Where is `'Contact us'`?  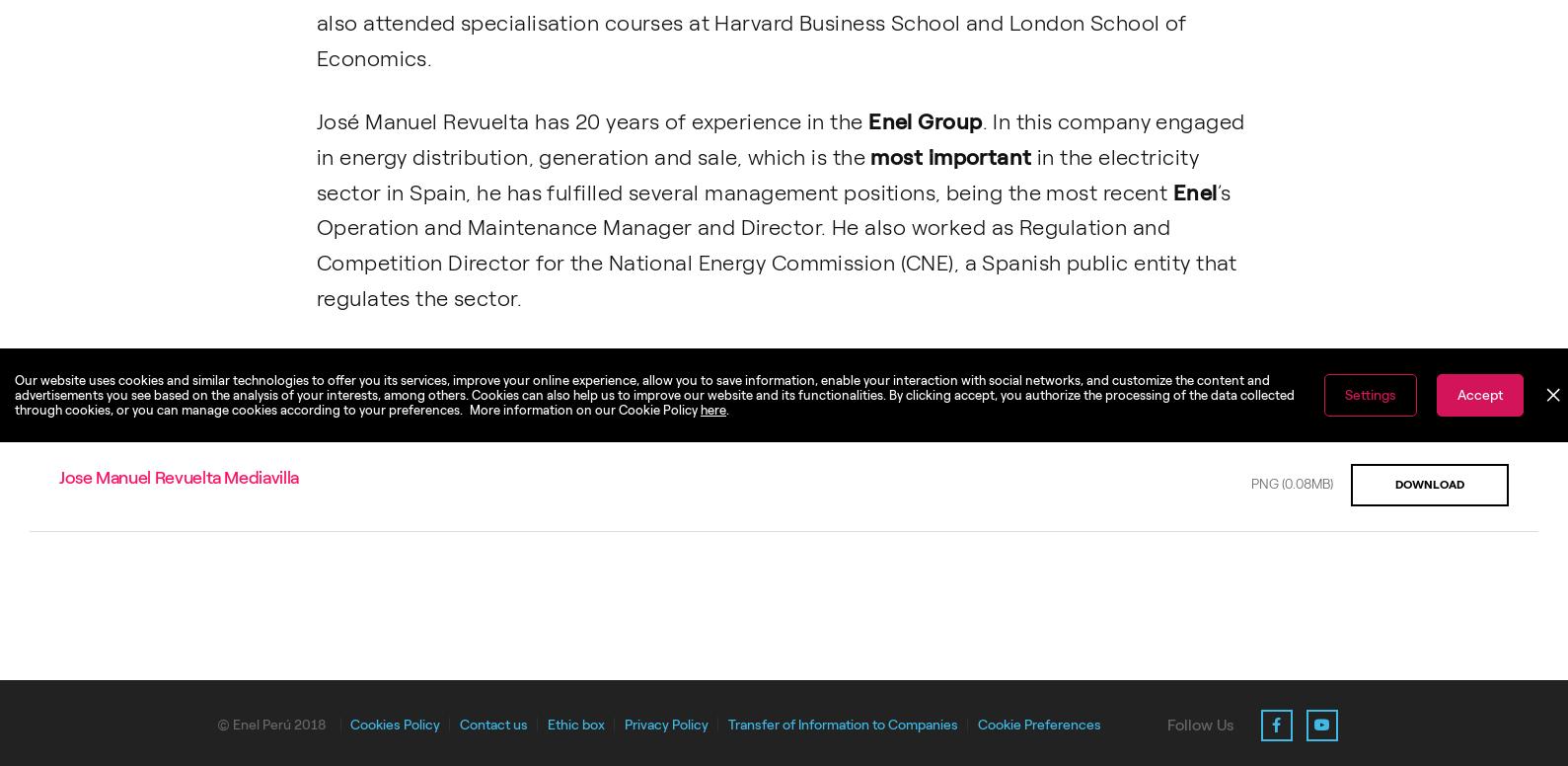
'Contact us' is located at coordinates (458, 723).